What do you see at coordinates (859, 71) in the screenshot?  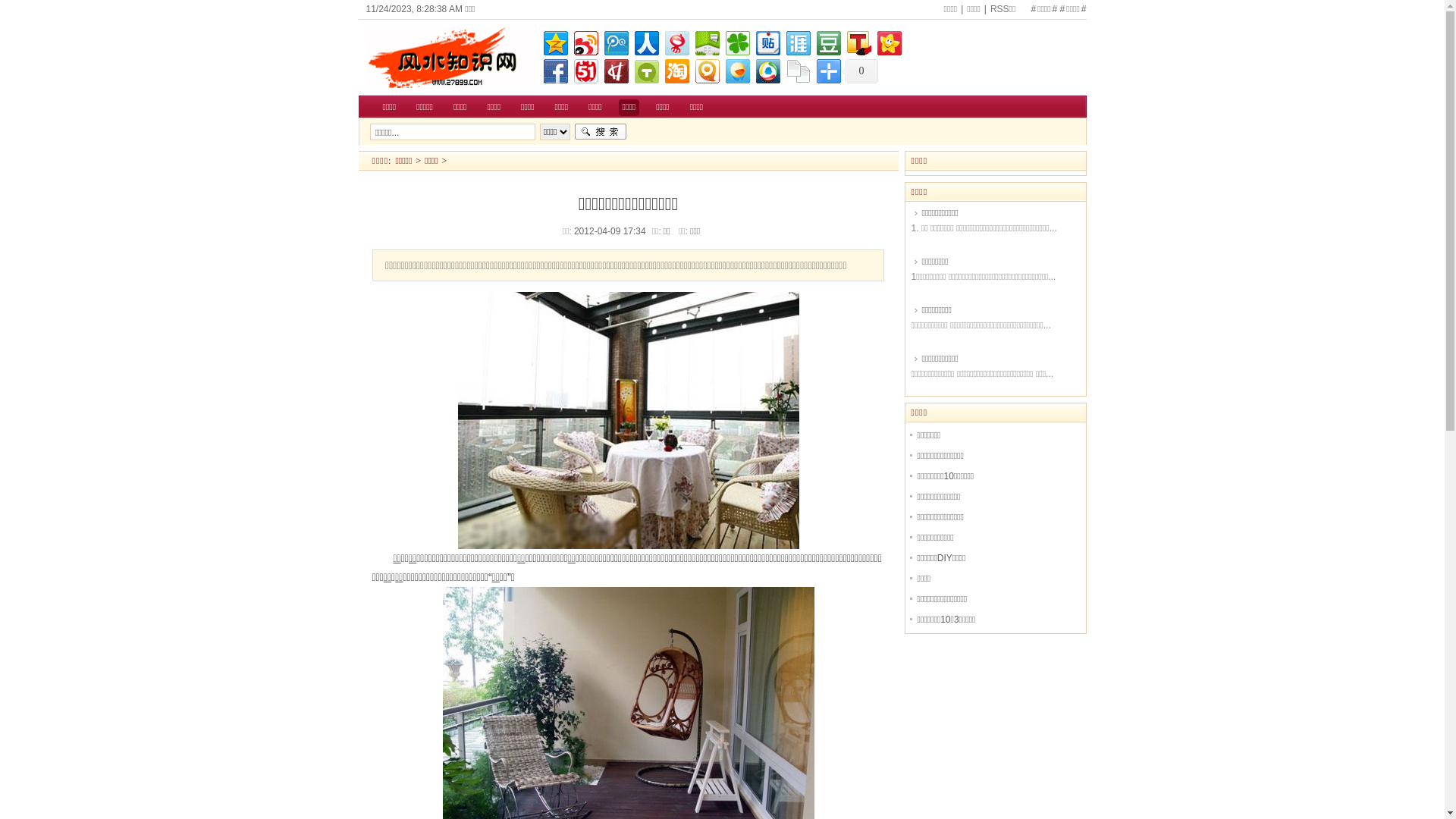 I see `'0'` at bounding box center [859, 71].